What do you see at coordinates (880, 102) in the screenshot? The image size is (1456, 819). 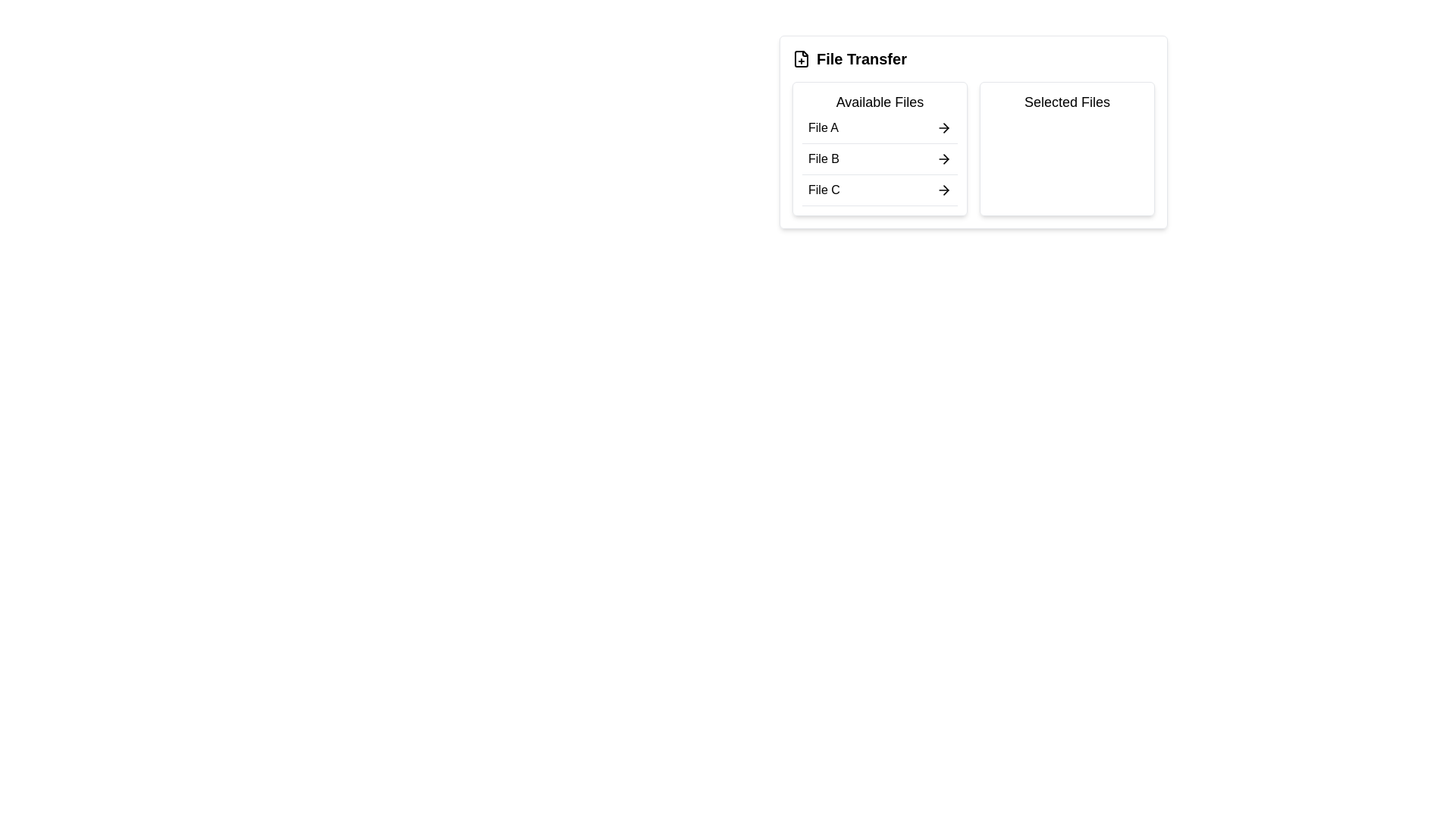 I see `the text label indicating the available files section, which is positioned at the top of the box listing 'File A', 'File B', and 'File C'` at bounding box center [880, 102].